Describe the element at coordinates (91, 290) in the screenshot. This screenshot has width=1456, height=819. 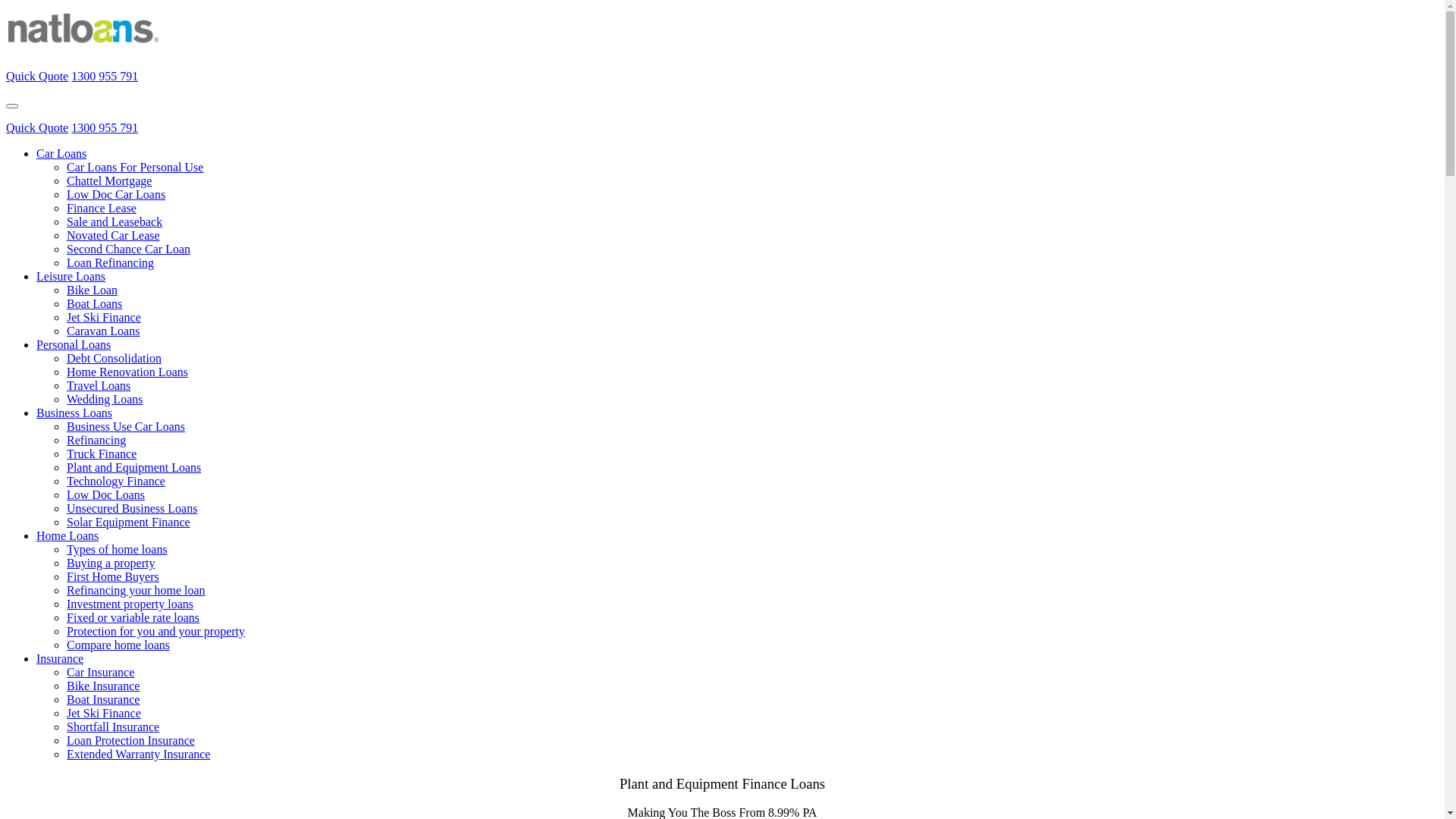
I see `'Bike Loan'` at that location.